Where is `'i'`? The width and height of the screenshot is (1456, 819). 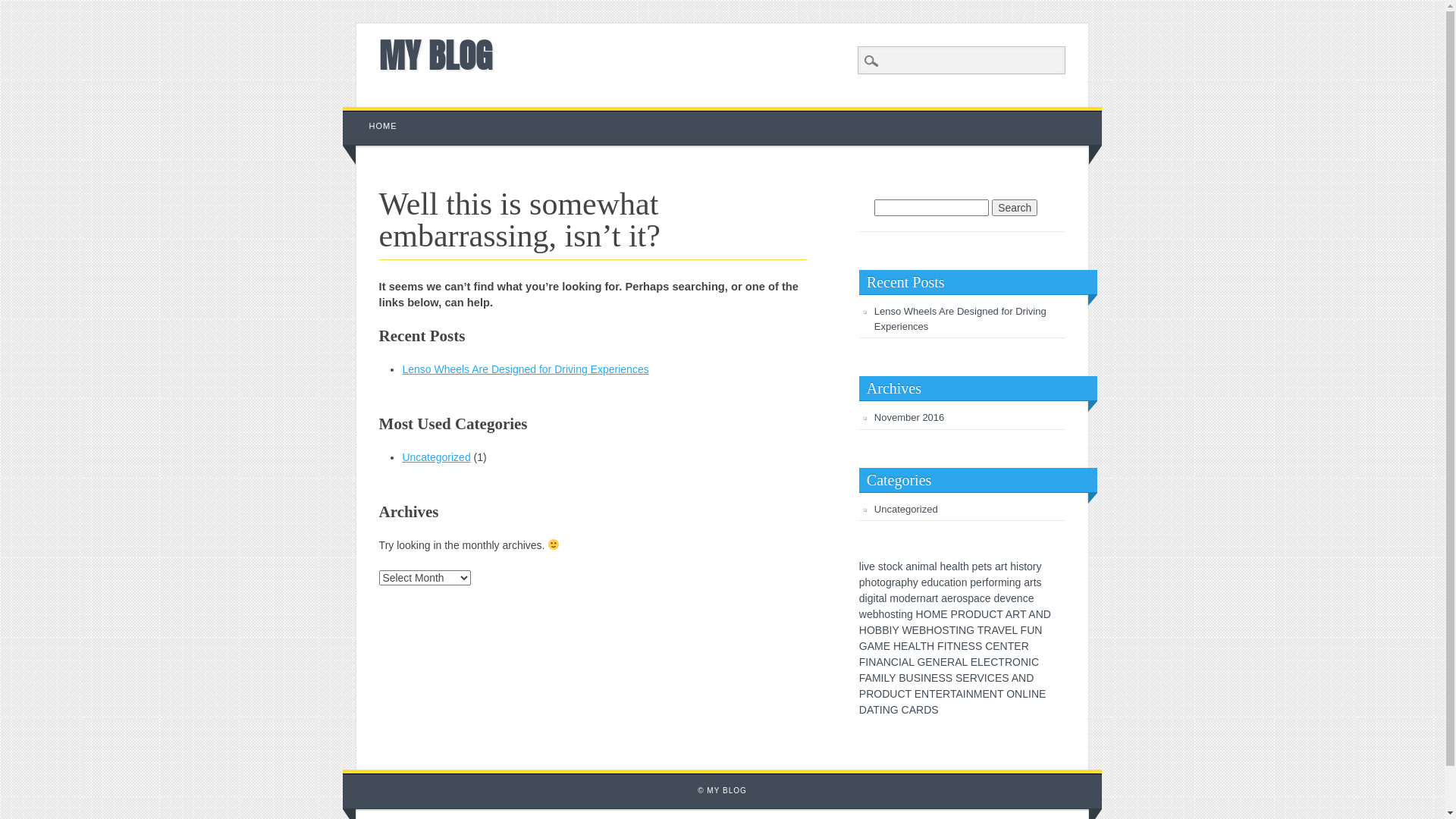 'i' is located at coordinates (1017, 566).